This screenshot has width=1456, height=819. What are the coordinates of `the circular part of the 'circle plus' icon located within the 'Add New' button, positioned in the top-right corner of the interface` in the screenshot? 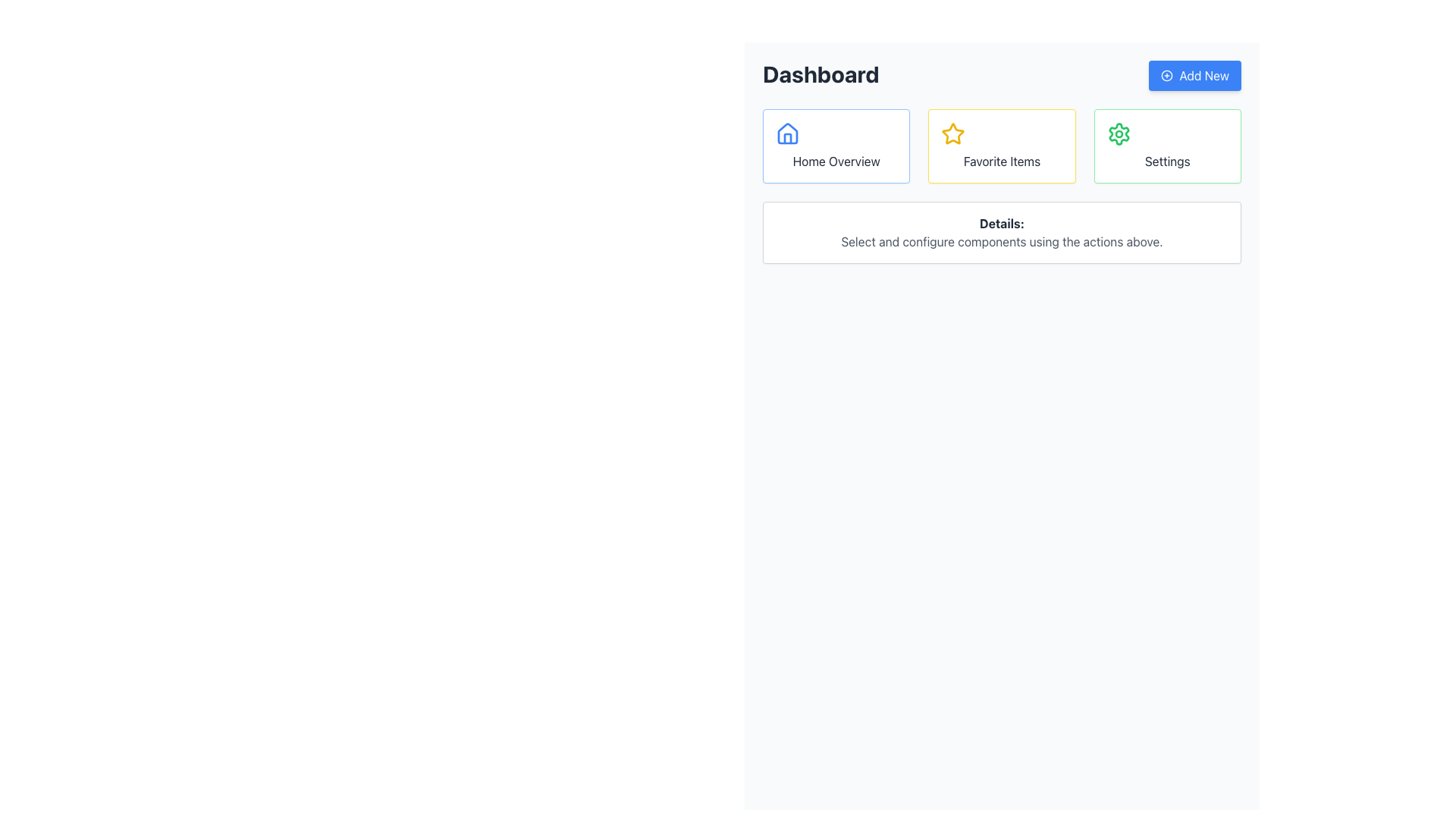 It's located at (1166, 76).